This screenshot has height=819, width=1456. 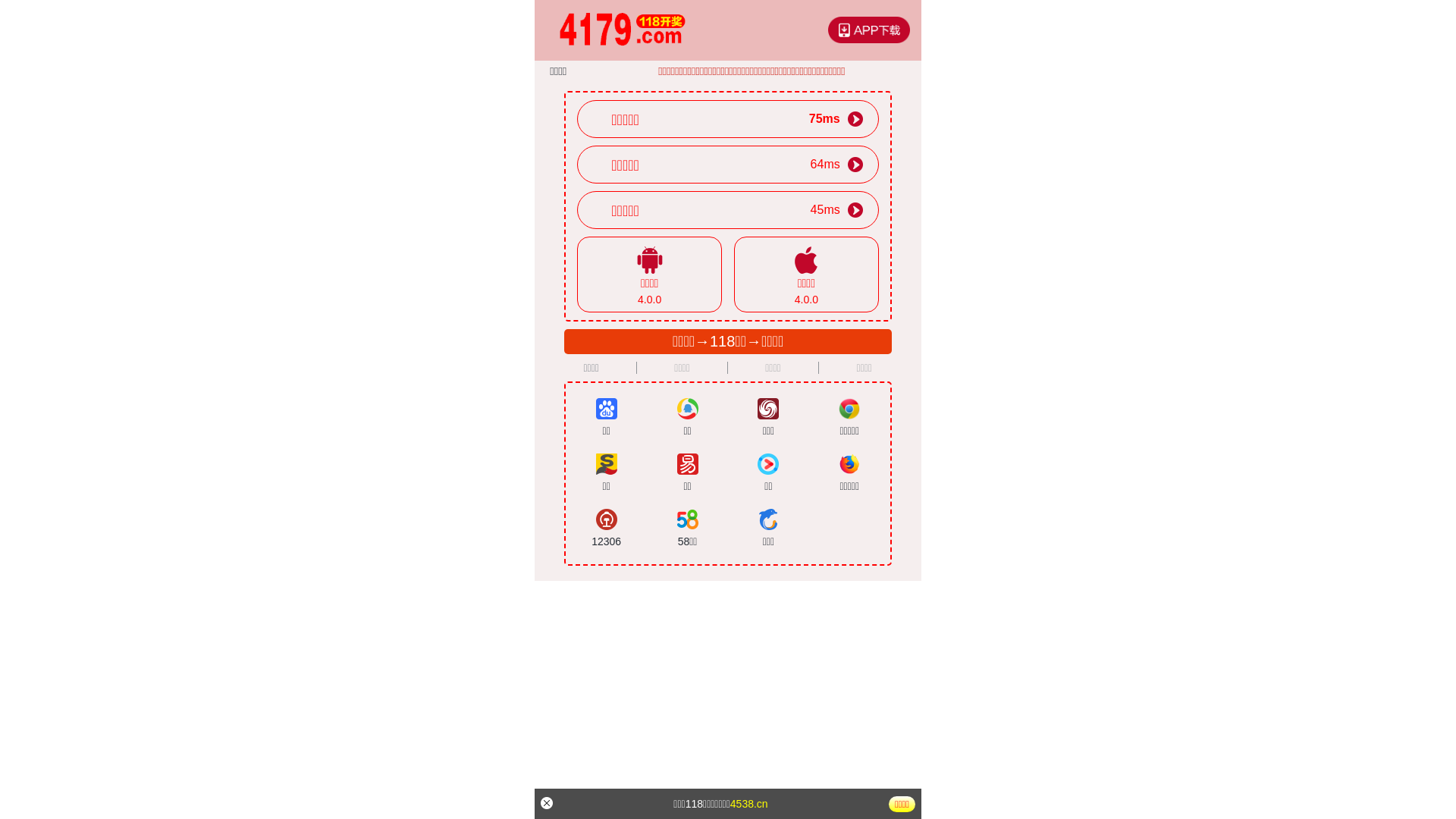 What do you see at coordinates (605, 528) in the screenshot?
I see `'12306'` at bounding box center [605, 528].